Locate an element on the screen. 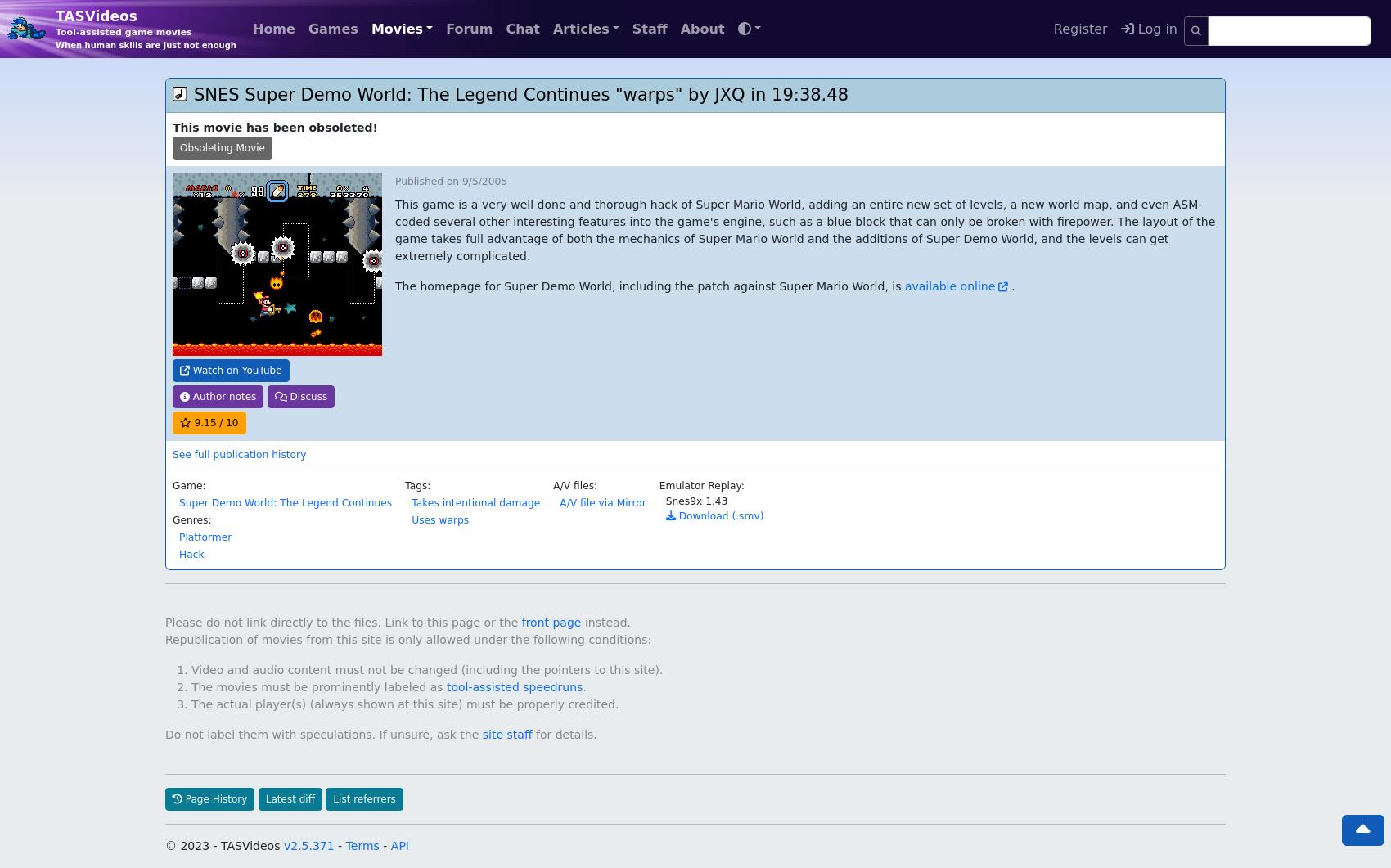 The height and width of the screenshot is (868, 1391). '9.15' is located at coordinates (193, 389).